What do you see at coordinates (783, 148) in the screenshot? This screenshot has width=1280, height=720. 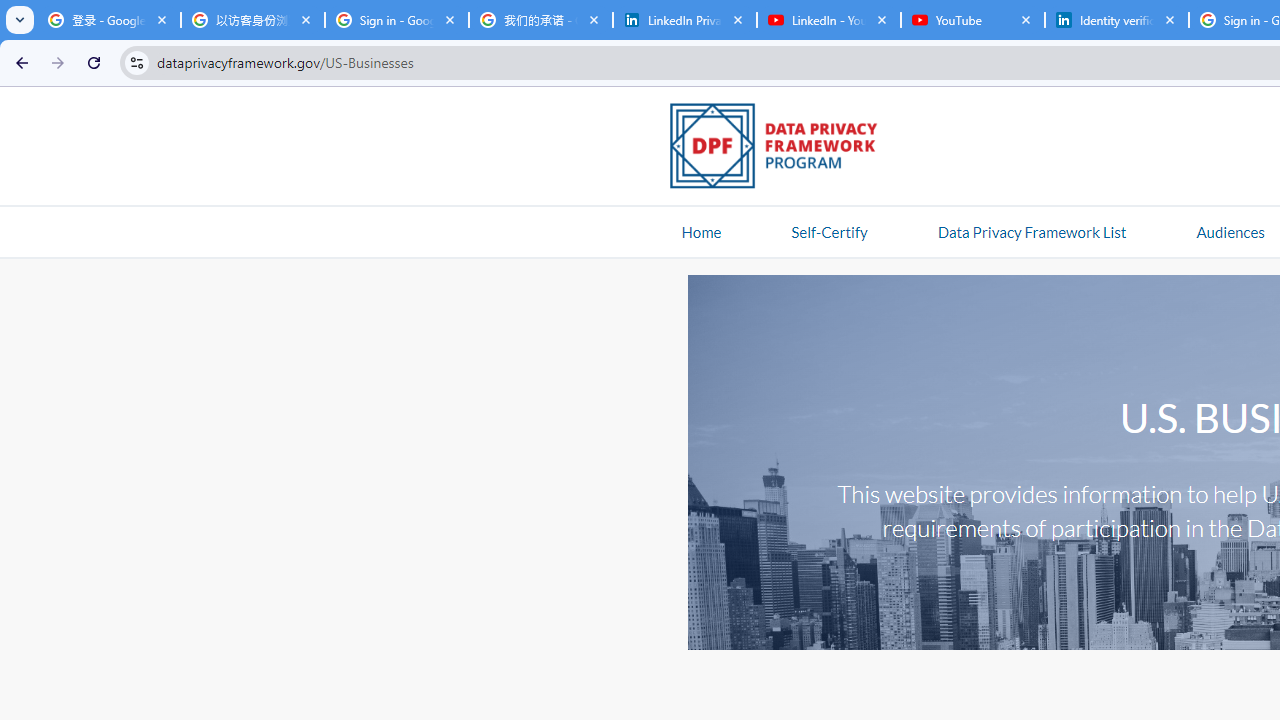 I see `'Data Privacy Framework Logo - Link to Homepage'` at bounding box center [783, 148].